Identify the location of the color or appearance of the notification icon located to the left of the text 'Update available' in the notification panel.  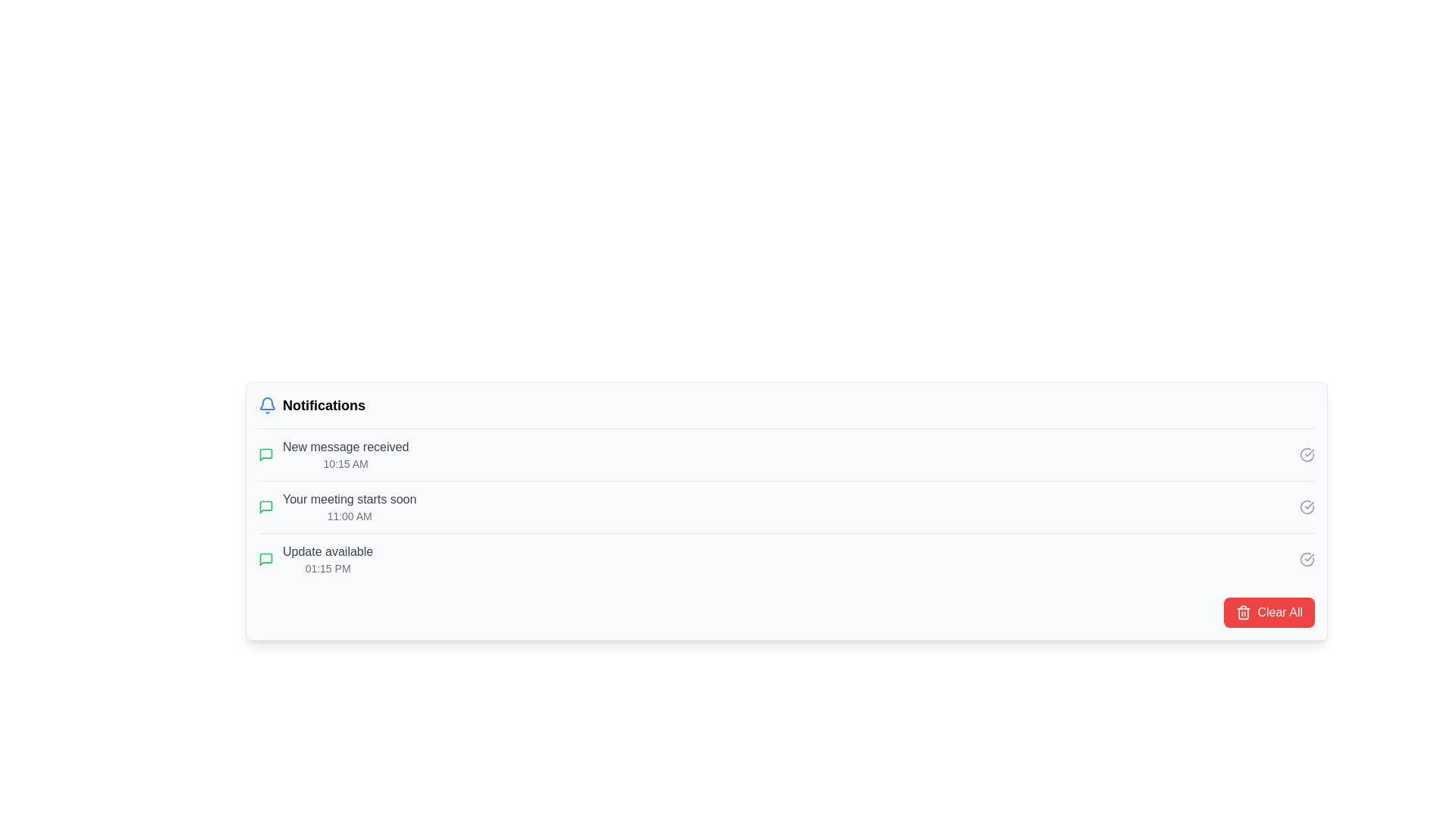
(265, 559).